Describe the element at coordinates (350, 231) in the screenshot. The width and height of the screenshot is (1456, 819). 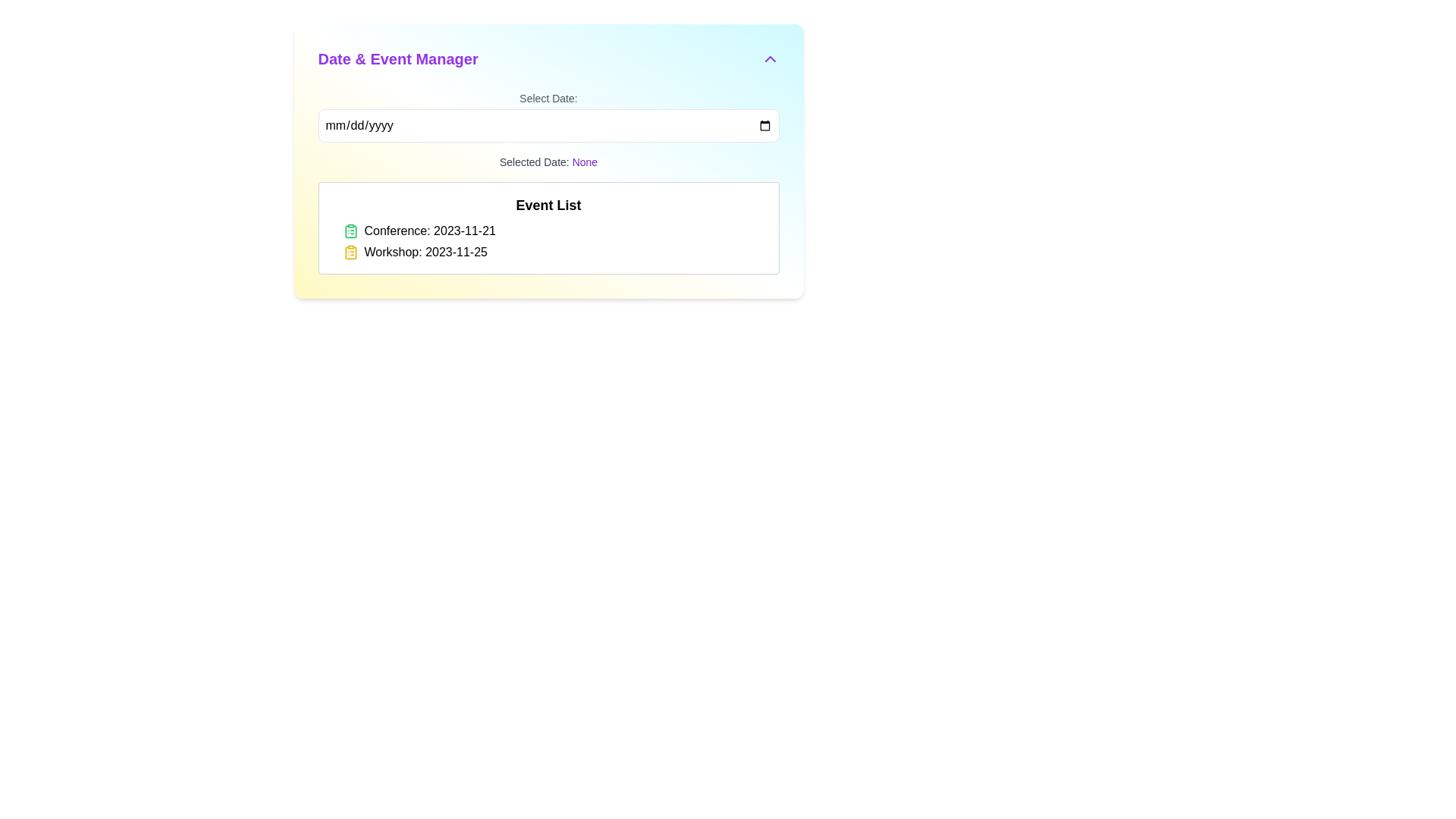
I see `the clipboard icon with a vivid green shade located to the left of the 'Conference: 2023-11-21' text in the 'Event List' section` at that location.